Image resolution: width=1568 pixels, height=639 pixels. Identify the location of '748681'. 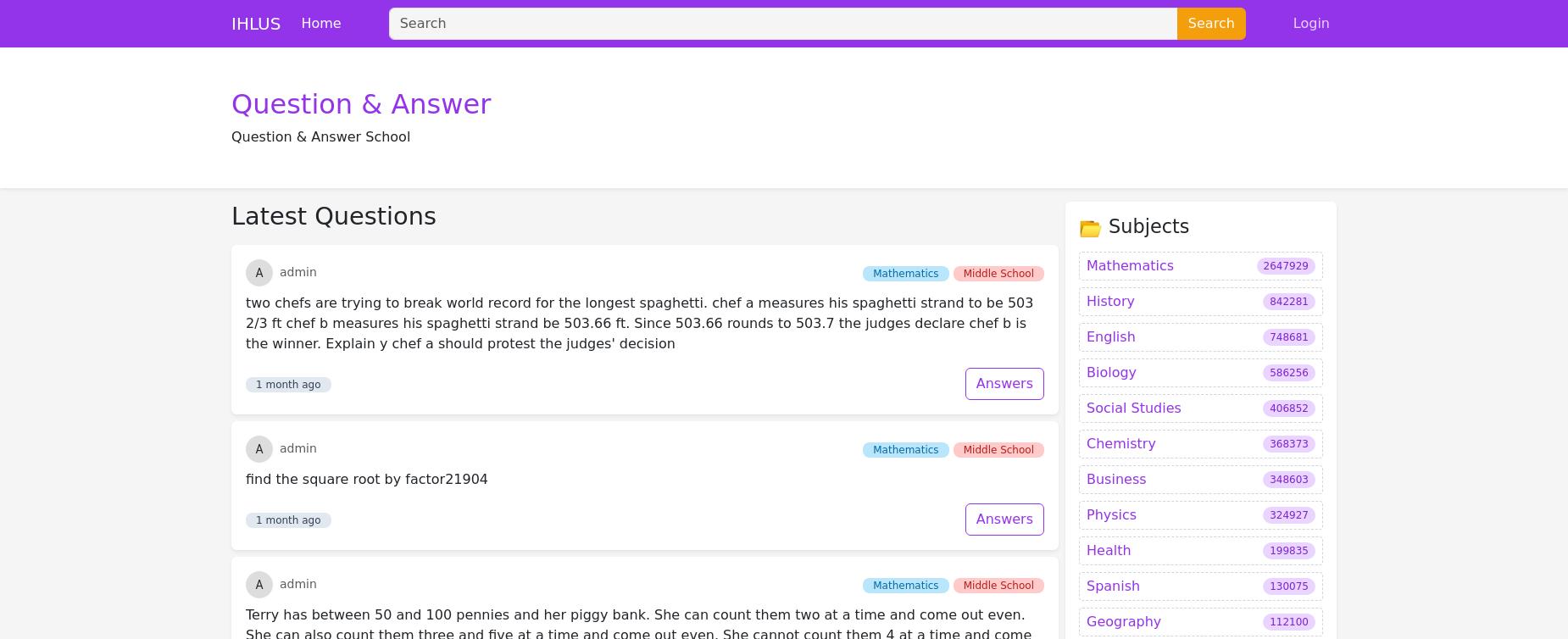
(1289, 158).